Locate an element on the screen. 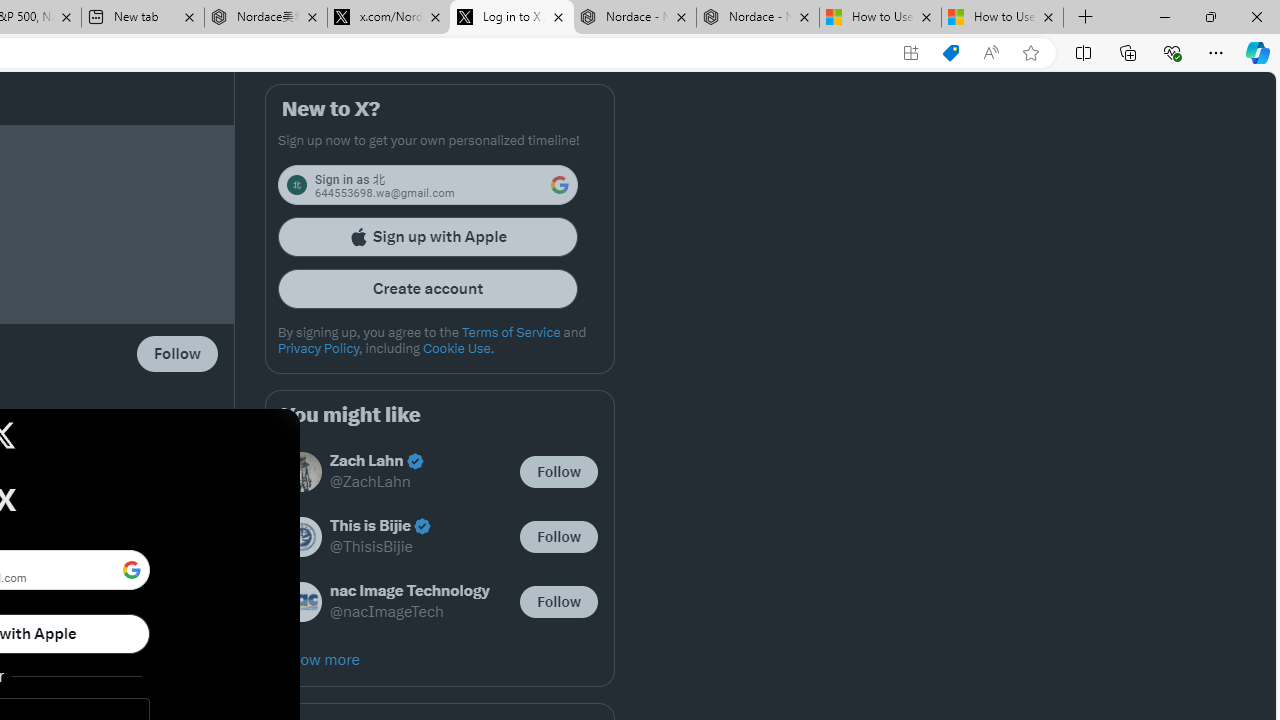 Image resolution: width=1280 pixels, height=720 pixels. 'Add this page to favorites (Ctrl+D)' is located at coordinates (1031, 52).